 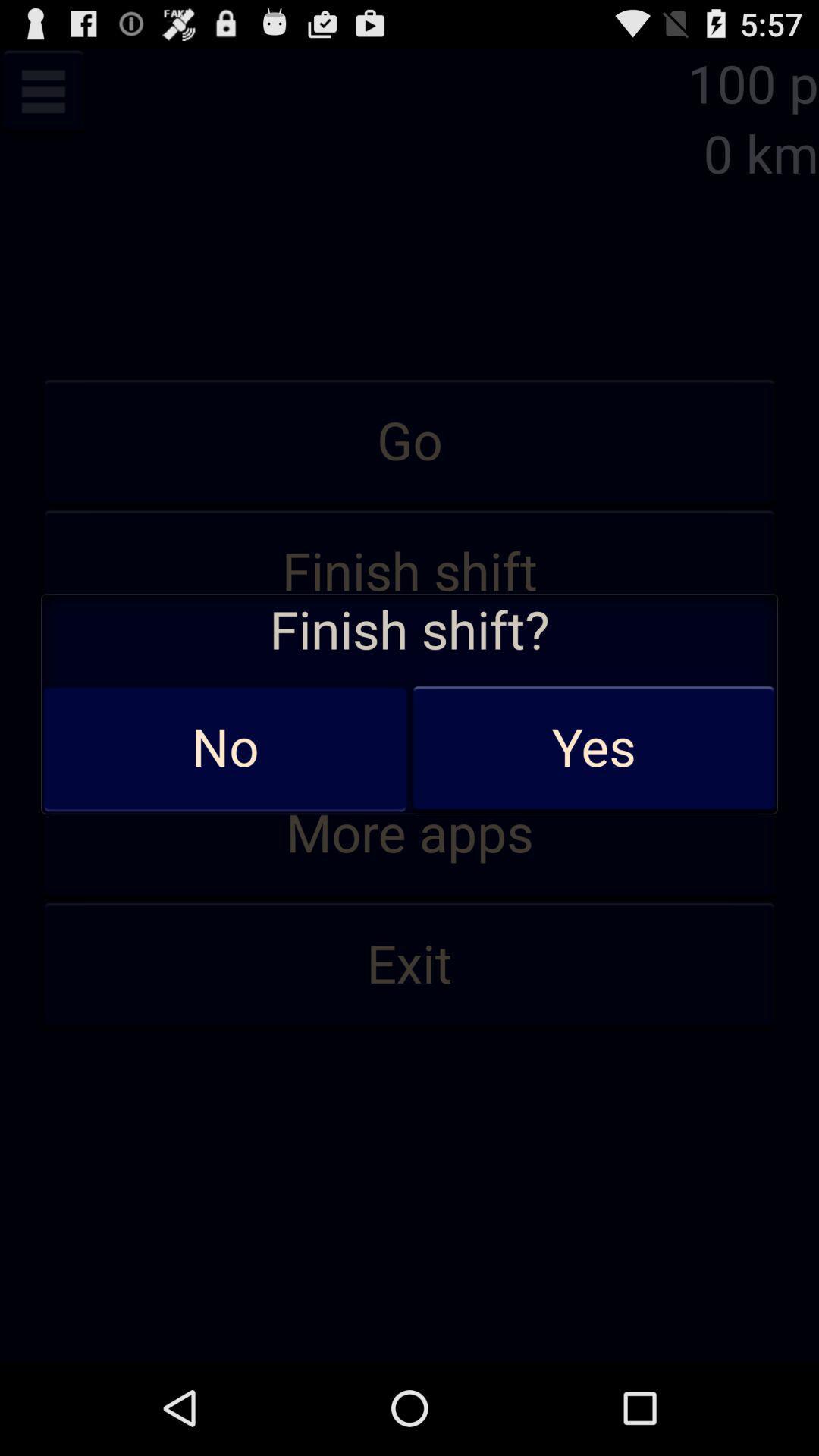 What do you see at coordinates (593, 748) in the screenshot?
I see `the yes app` at bounding box center [593, 748].